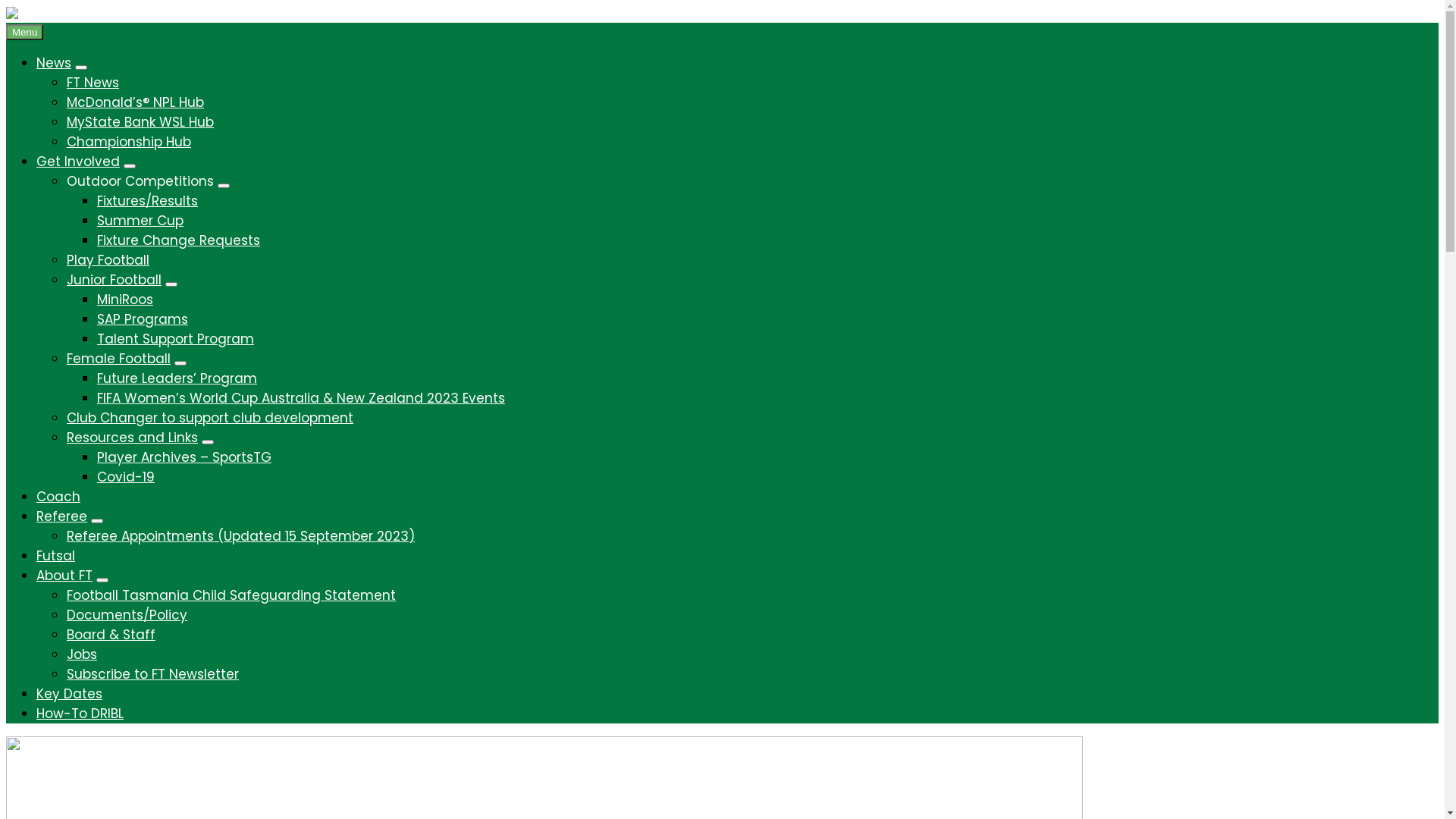 The width and height of the screenshot is (1456, 819). Describe the element at coordinates (54, 62) in the screenshot. I see `'News'` at that location.